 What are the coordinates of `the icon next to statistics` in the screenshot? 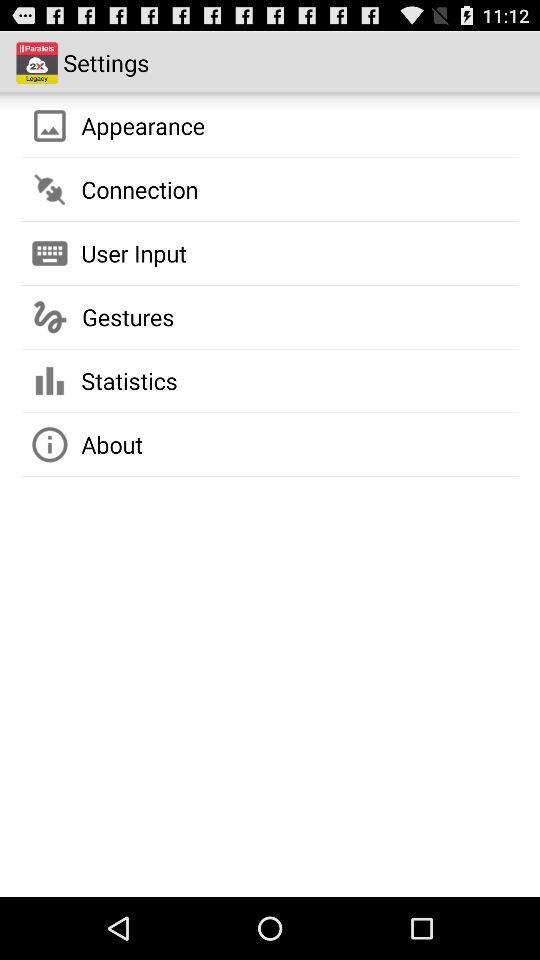 It's located at (50, 380).